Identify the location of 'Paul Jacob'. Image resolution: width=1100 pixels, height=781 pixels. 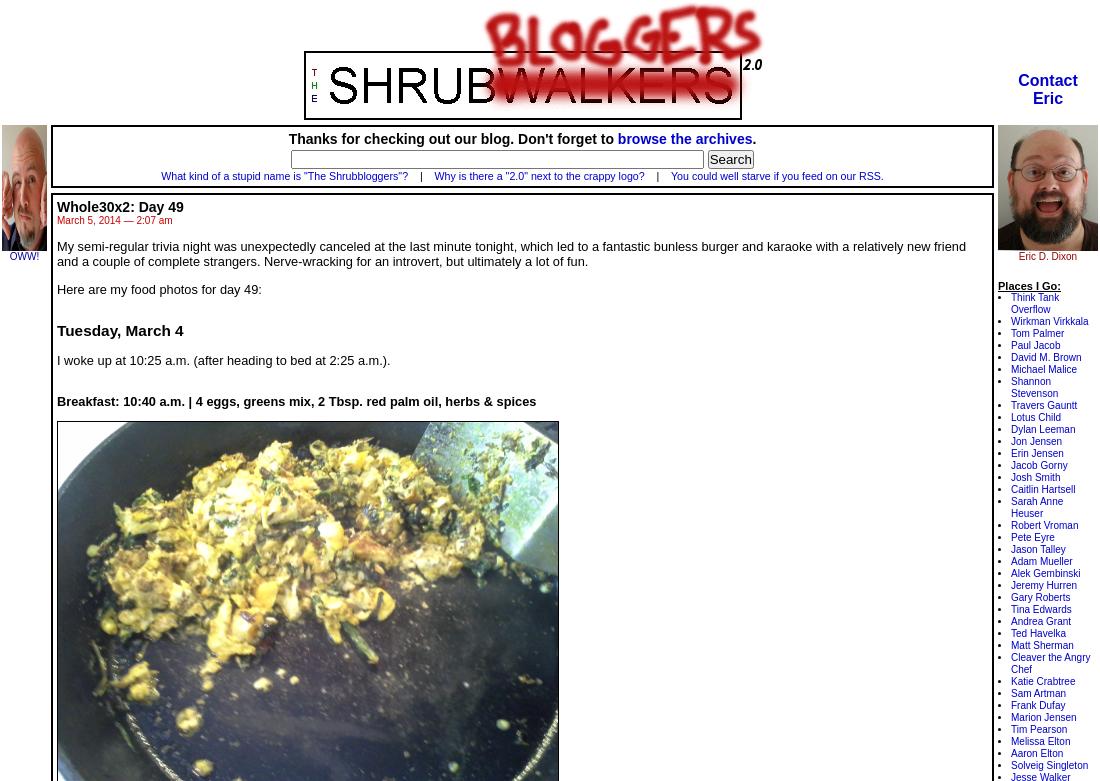
(1010, 345).